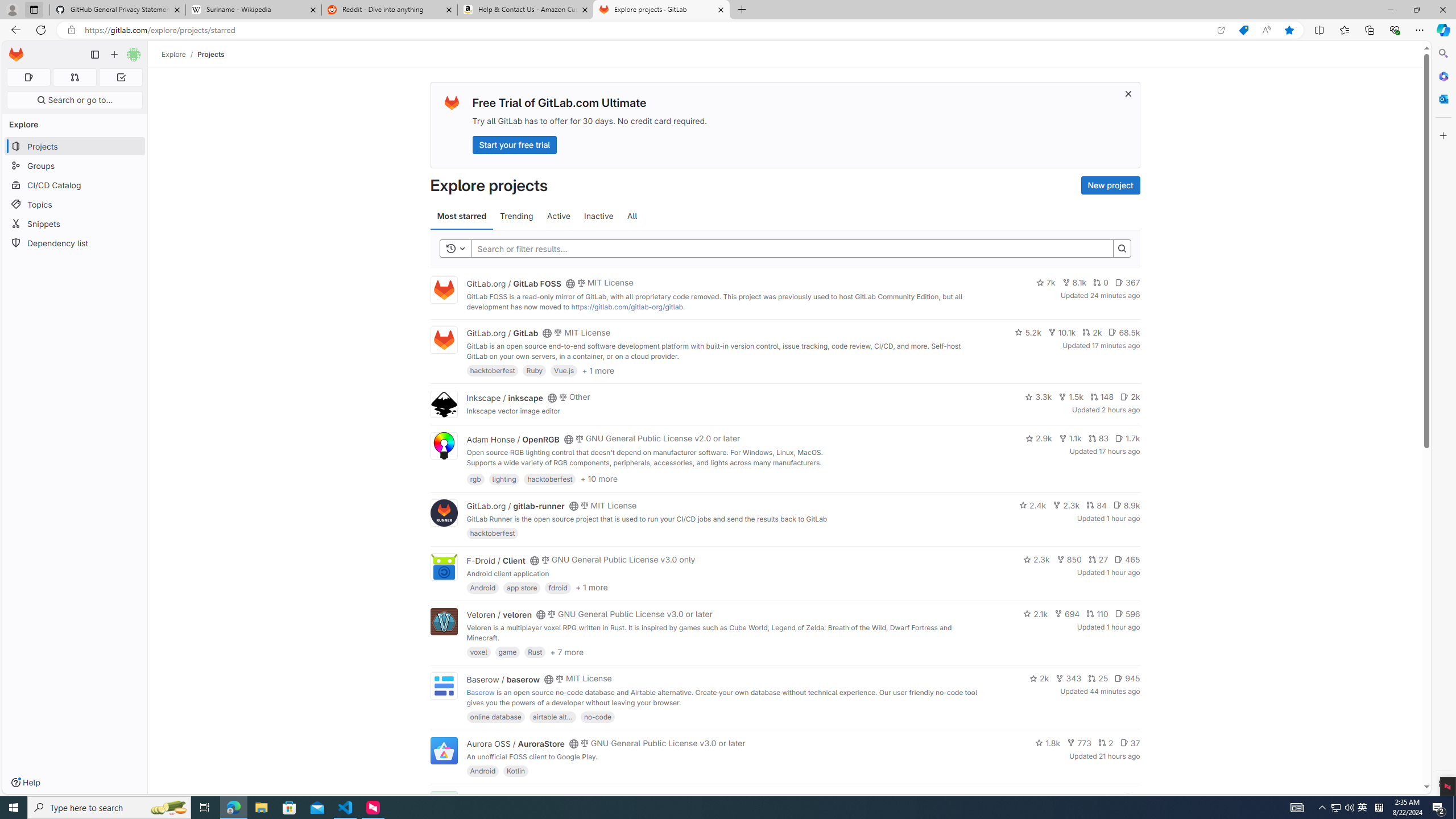 This screenshot has width=1456, height=819. I want to click on 'Projects', so click(210, 54).